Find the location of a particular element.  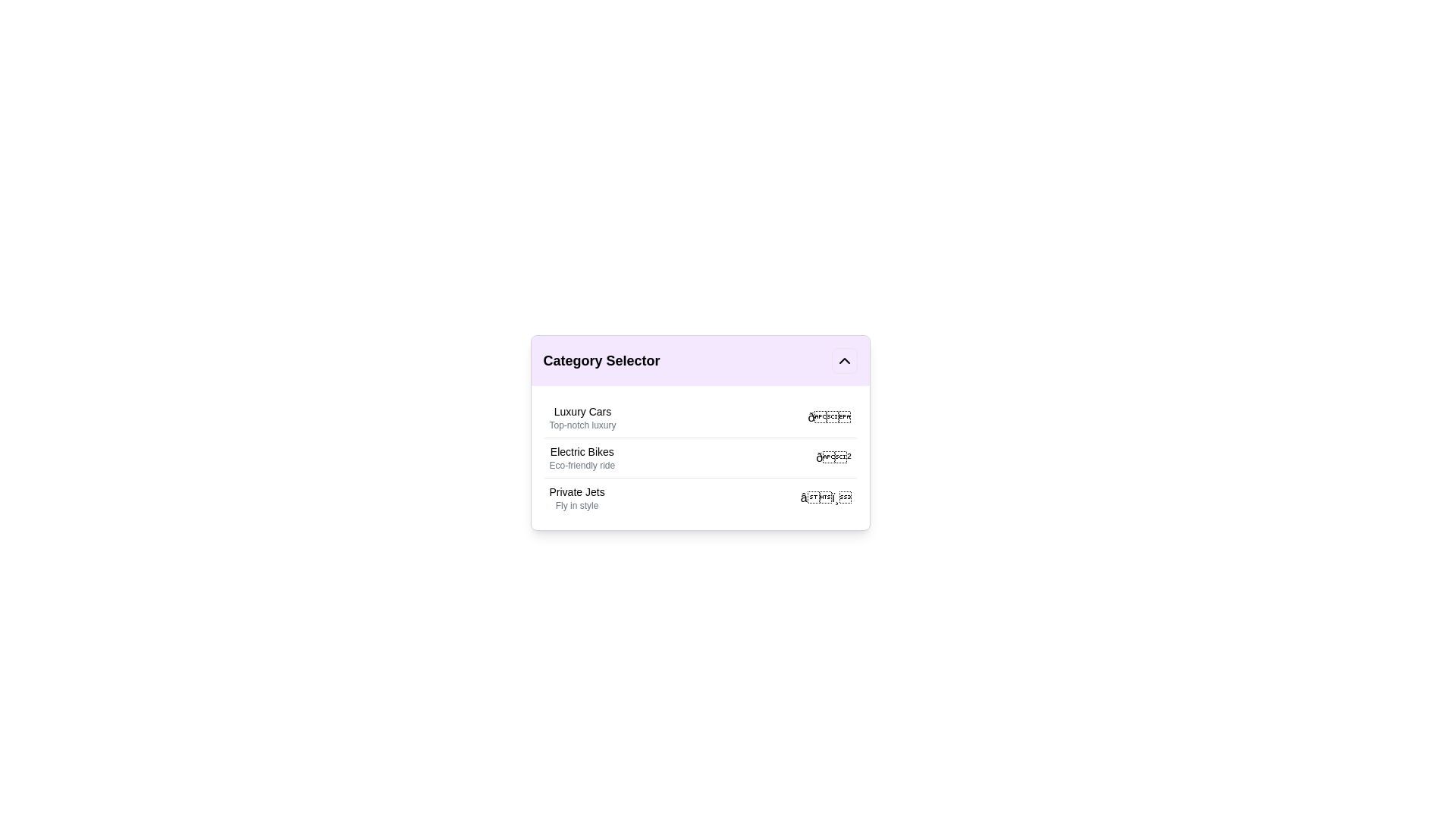

the Dropdown or list selector interface for categories: Luxury Cars, Electric Bikes, and Private Jets is located at coordinates (699, 432).